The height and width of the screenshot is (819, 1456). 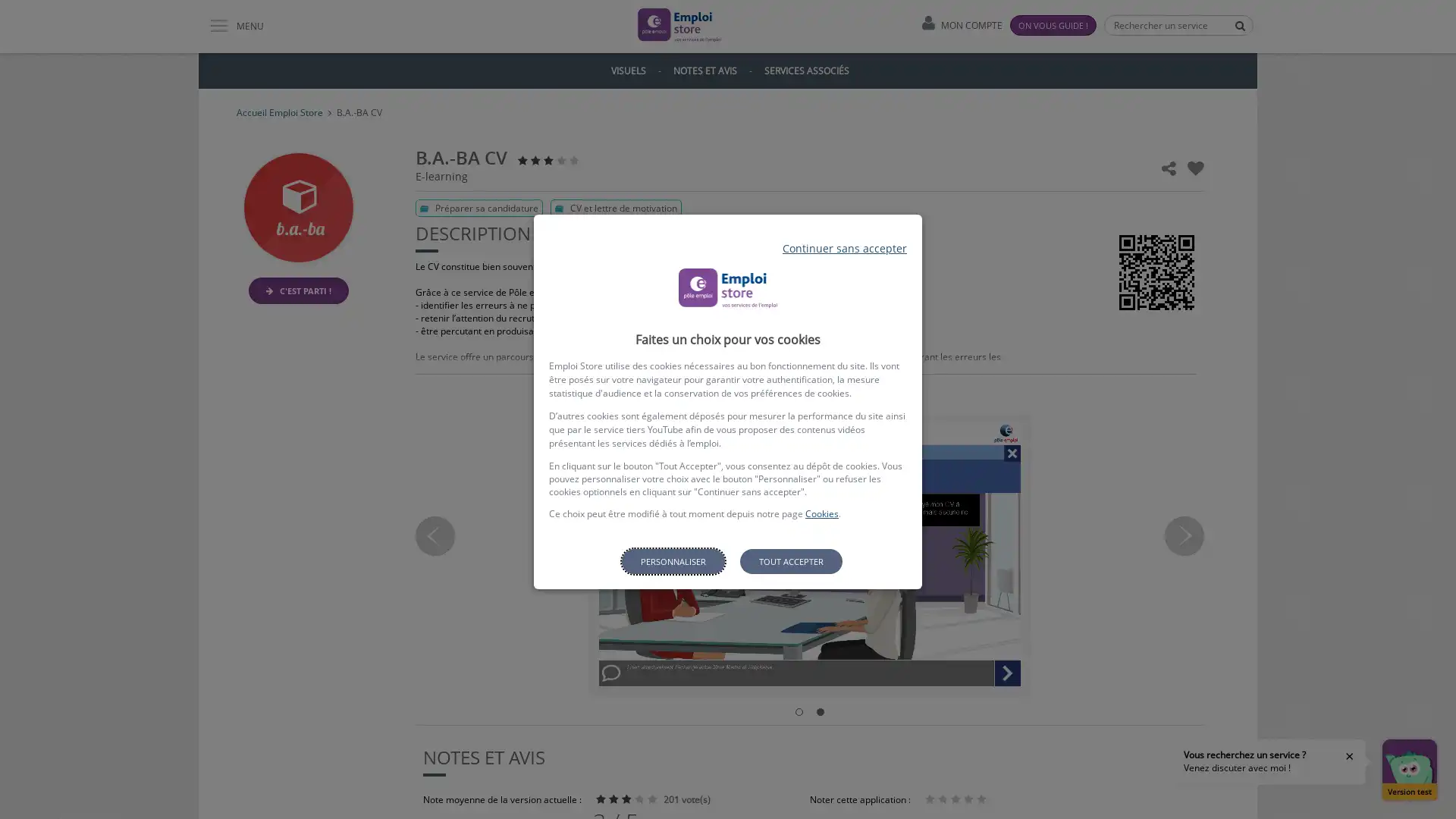 What do you see at coordinates (1408, 769) in the screenshot?
I see `Ouvrir la fenetre de discussion Version test` at bounding box center [1408, 769].